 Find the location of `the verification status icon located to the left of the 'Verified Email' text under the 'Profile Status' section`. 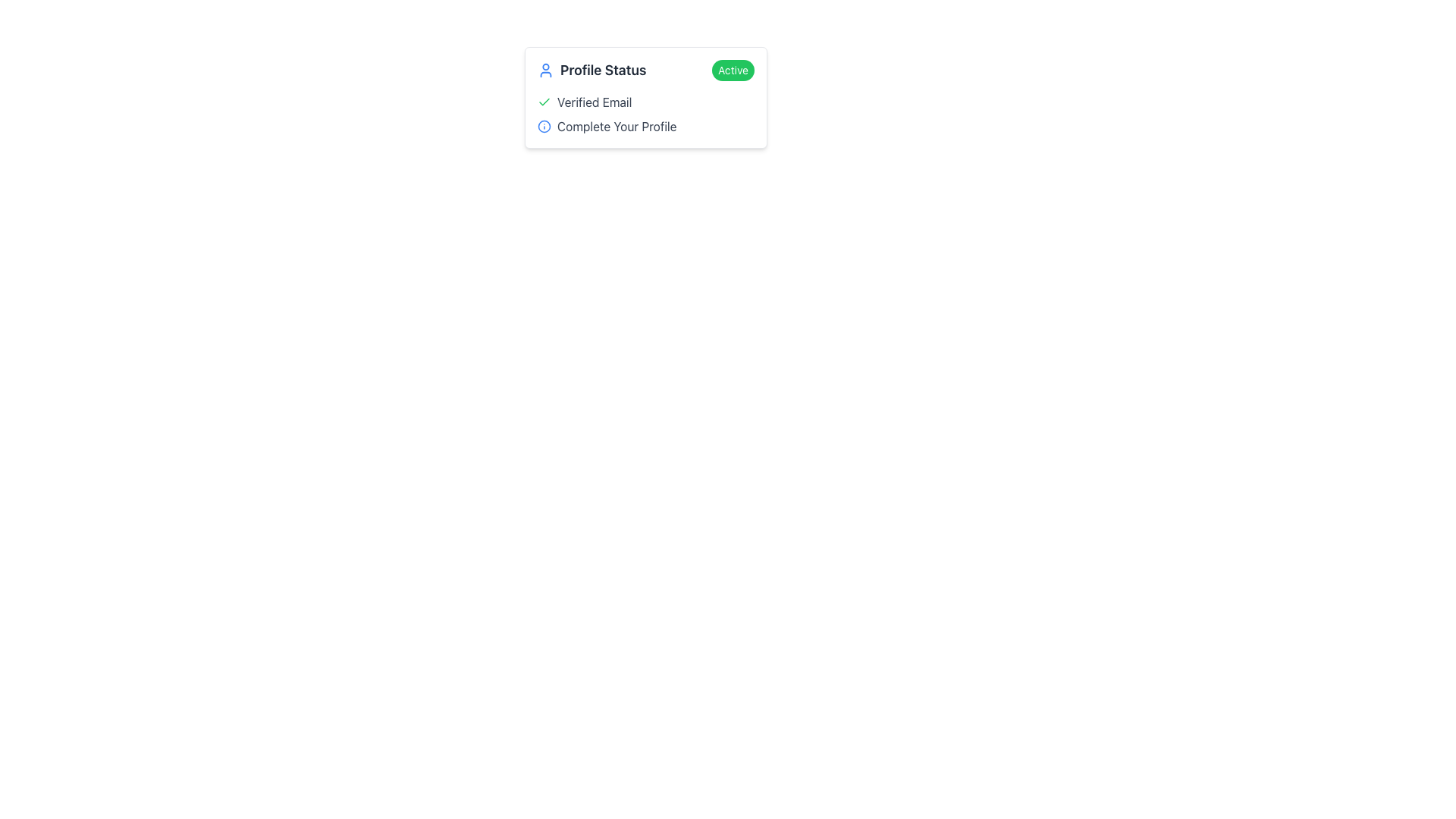

the verification status icon located to the left of the 'Verified Email' text under the 'Profile Status' section is located at coordinates (544, 102).